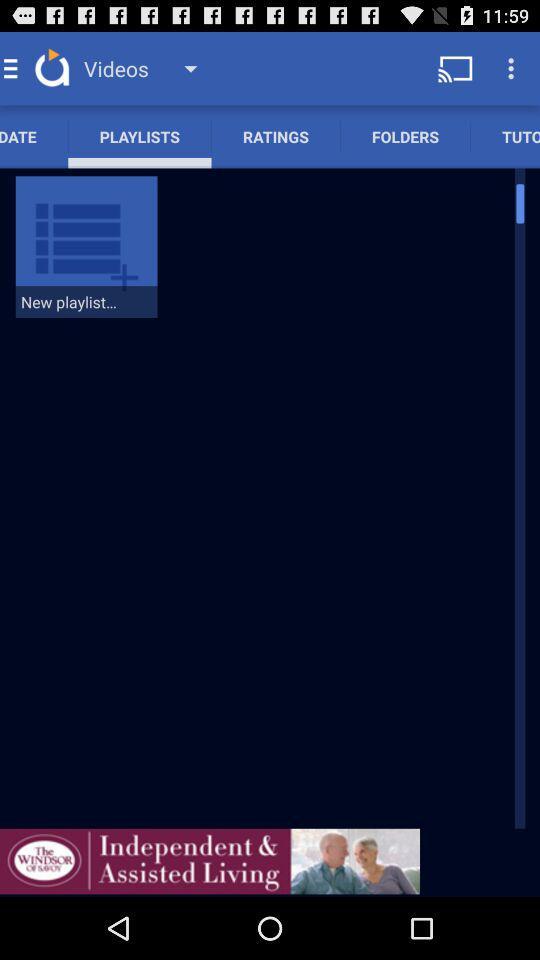 The width and height of the screenshot is (540, 960). I want to click on see advertisement, so click(209, 860).